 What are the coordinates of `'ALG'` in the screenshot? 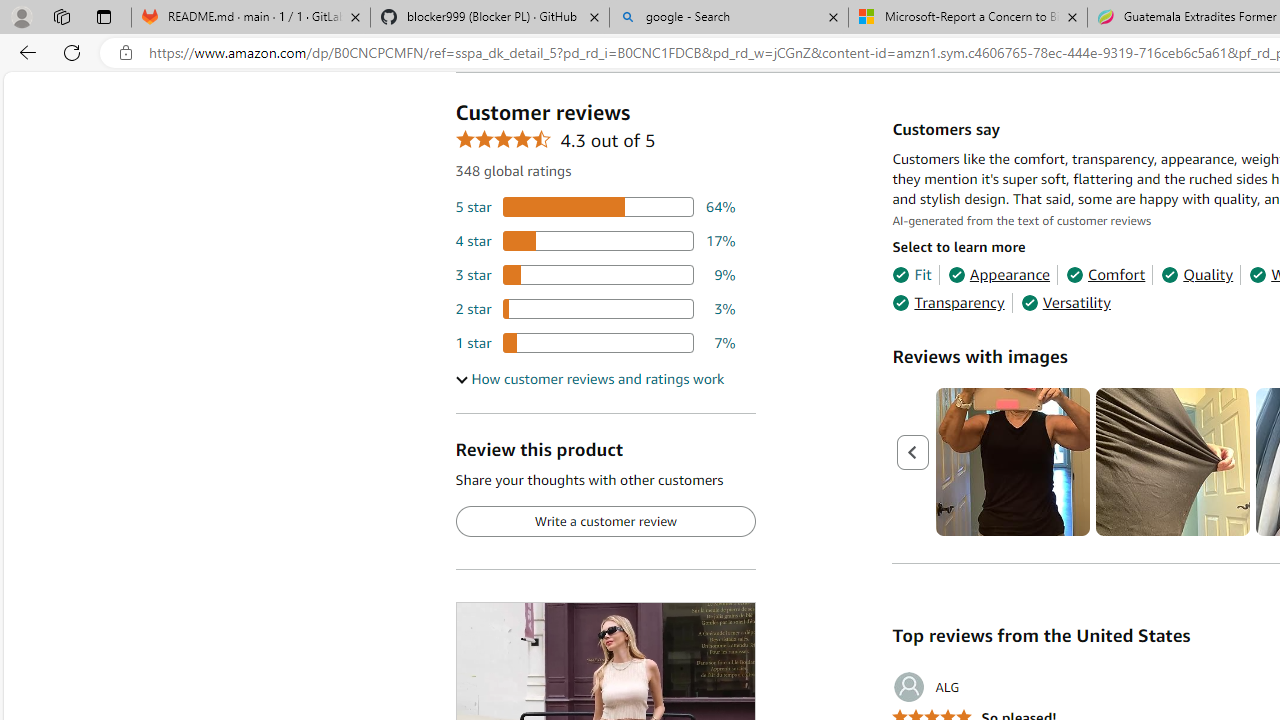 It's located at (925, 686).